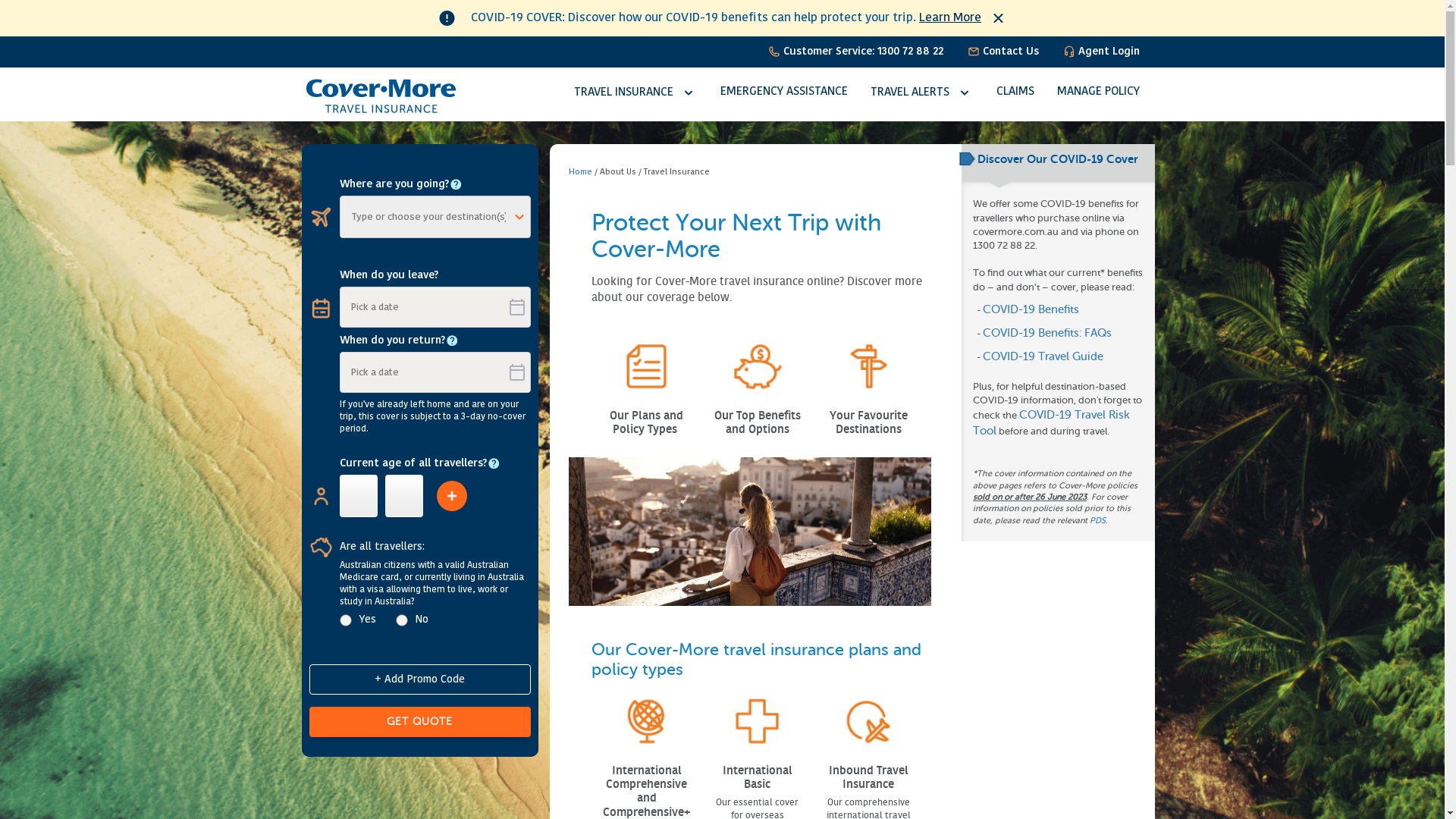  Describe the element at coordinates (677, 429) in the screenshot. I see `' '` at that location.